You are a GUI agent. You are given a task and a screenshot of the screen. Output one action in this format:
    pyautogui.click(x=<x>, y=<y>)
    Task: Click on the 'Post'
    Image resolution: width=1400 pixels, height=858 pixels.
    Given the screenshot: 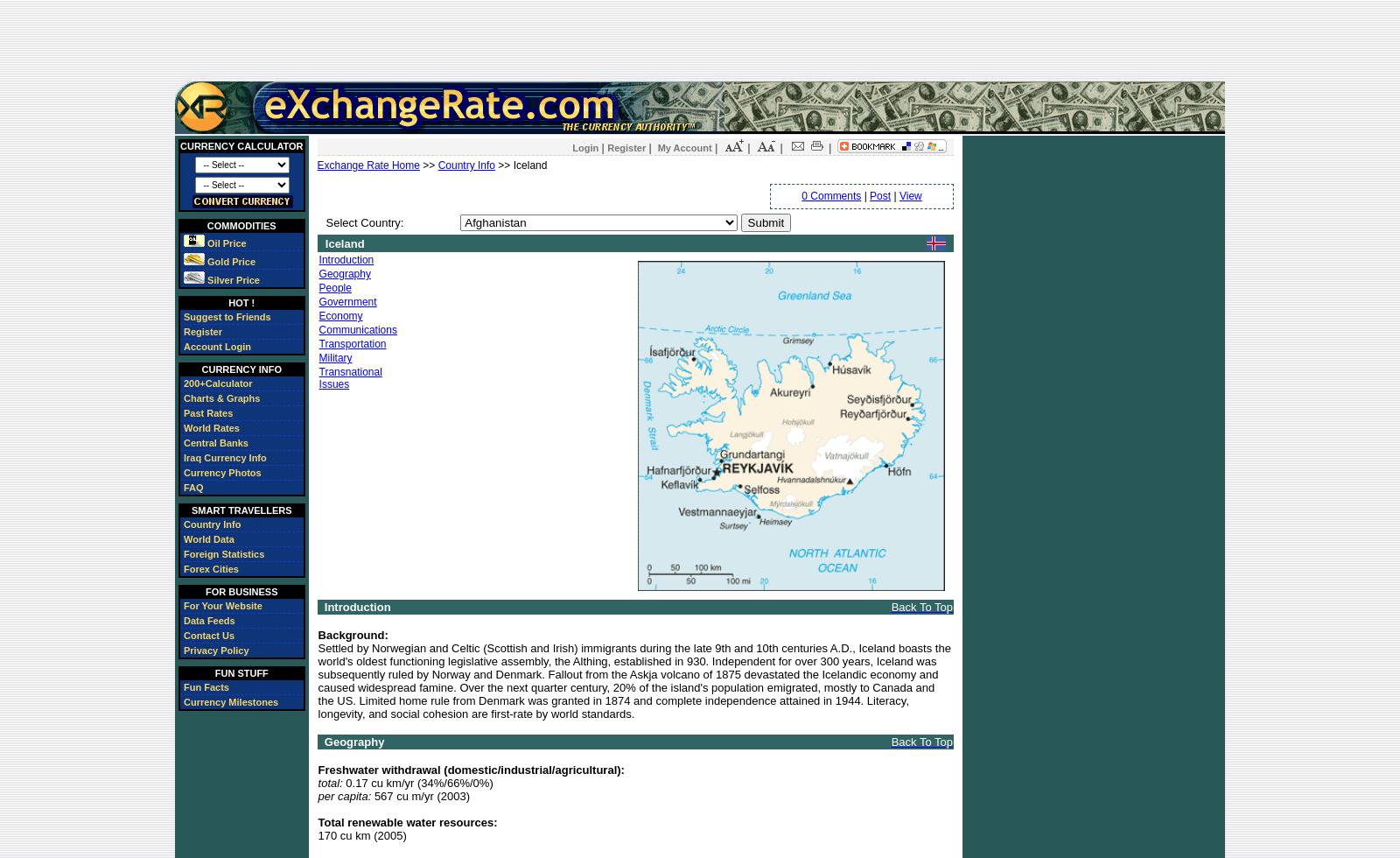 What is the action you would take?
    pyautogui.click(x=879, y=196)
    